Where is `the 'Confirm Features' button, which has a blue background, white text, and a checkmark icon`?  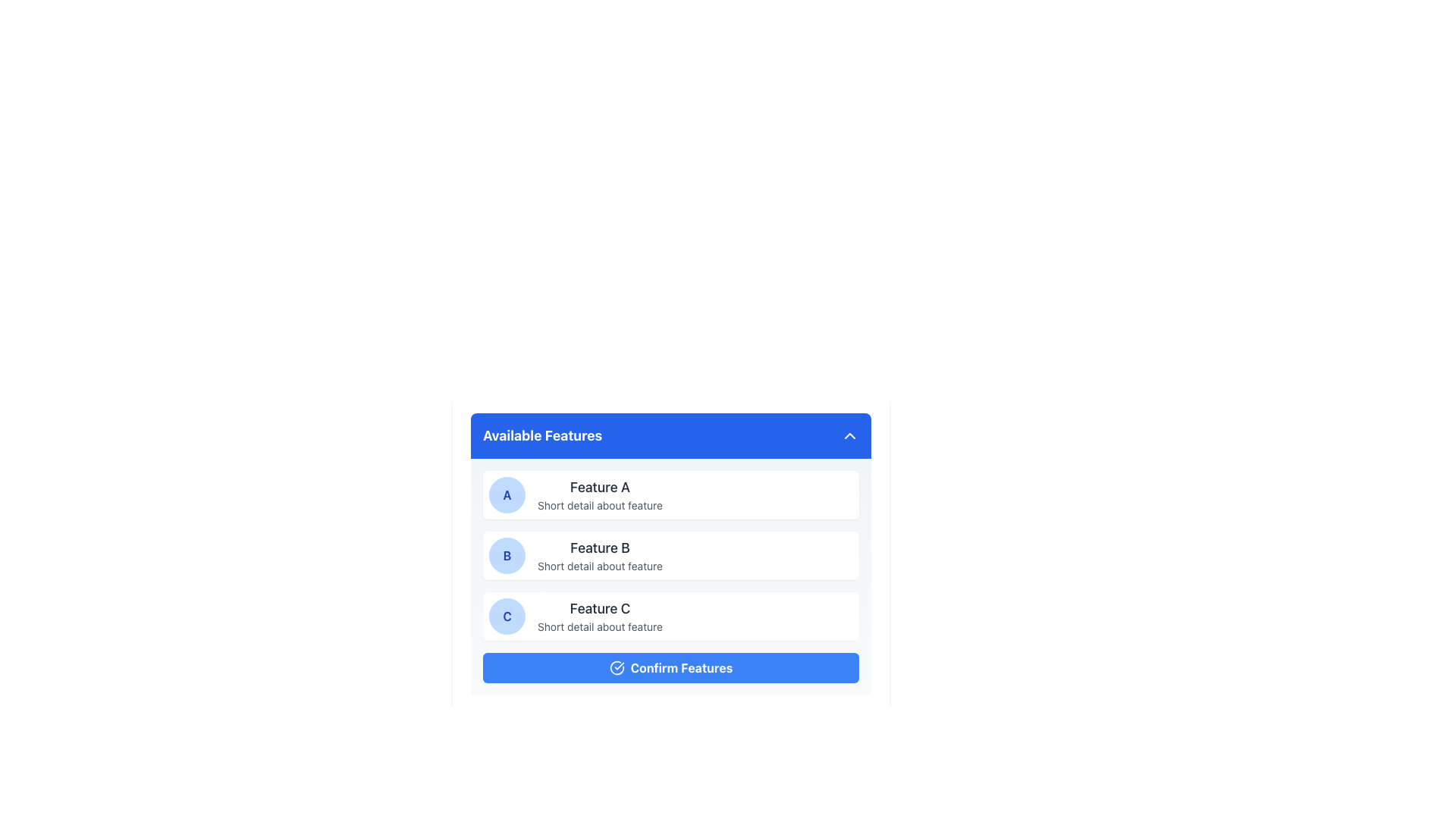 the 'Confirm Features' button, which has a blue background, white text, and a checkmark icon is located at coordinates (670, 667).